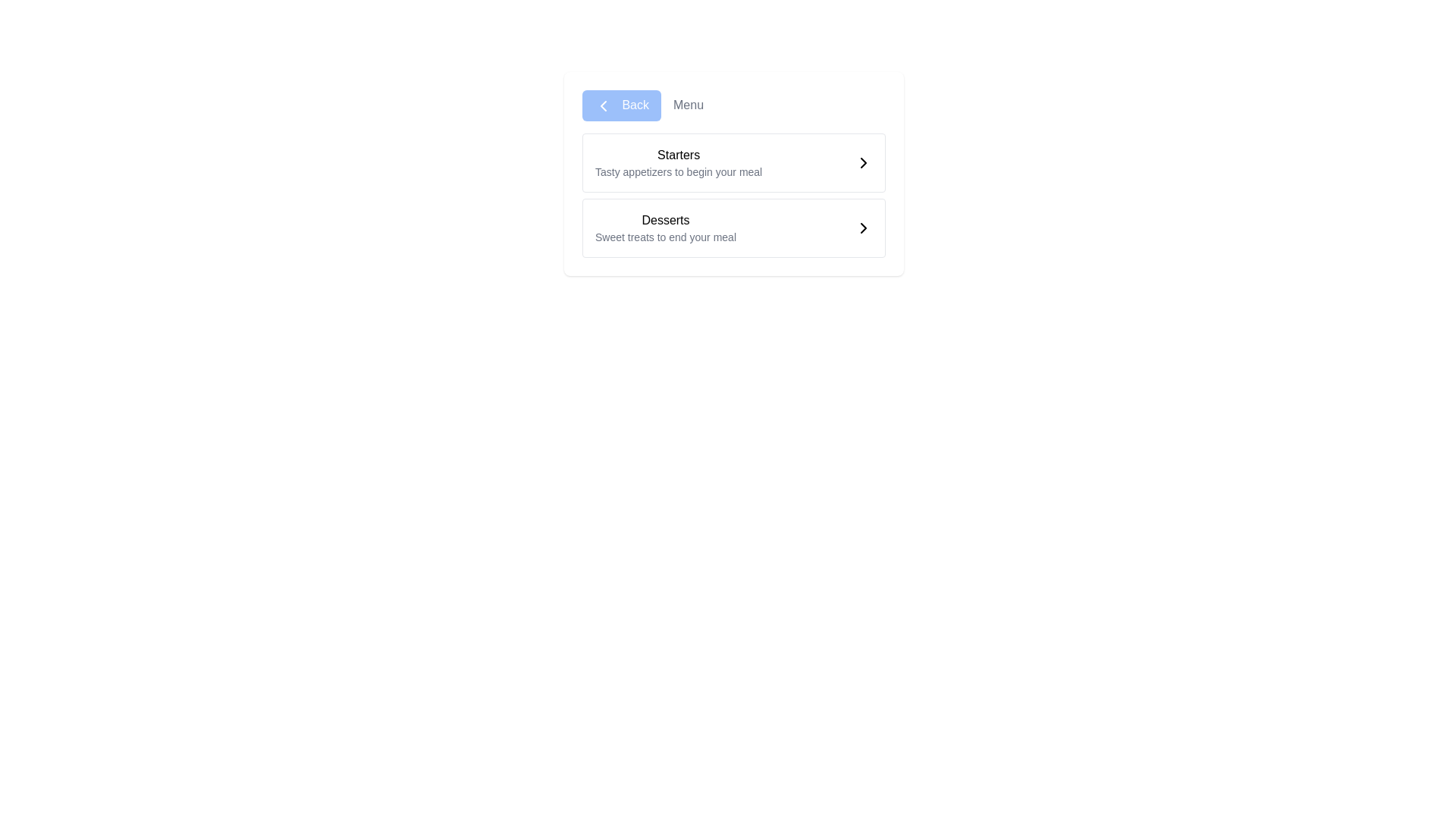  I want to click on the rightward-pointing chevron icon next to the 'Desserts' label in the 'Sweet treats to end your meal' section, so click(863, 227).